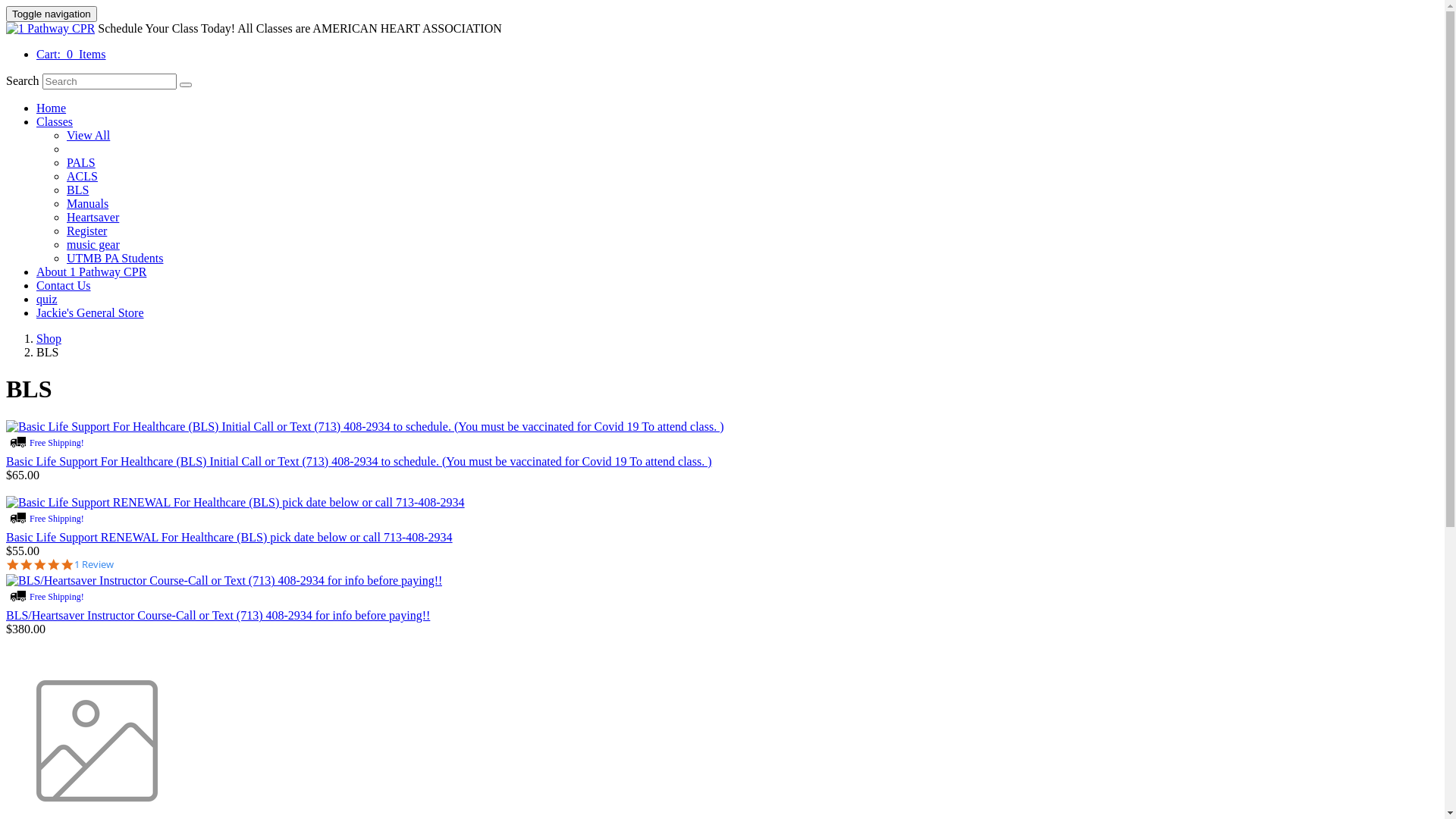 The height and width of the screenshot is (819, 1456). What do you see at coordinates (65, 217) in the screenshot?
I see `'Heartsaver'` at bounding box center [65, 217].